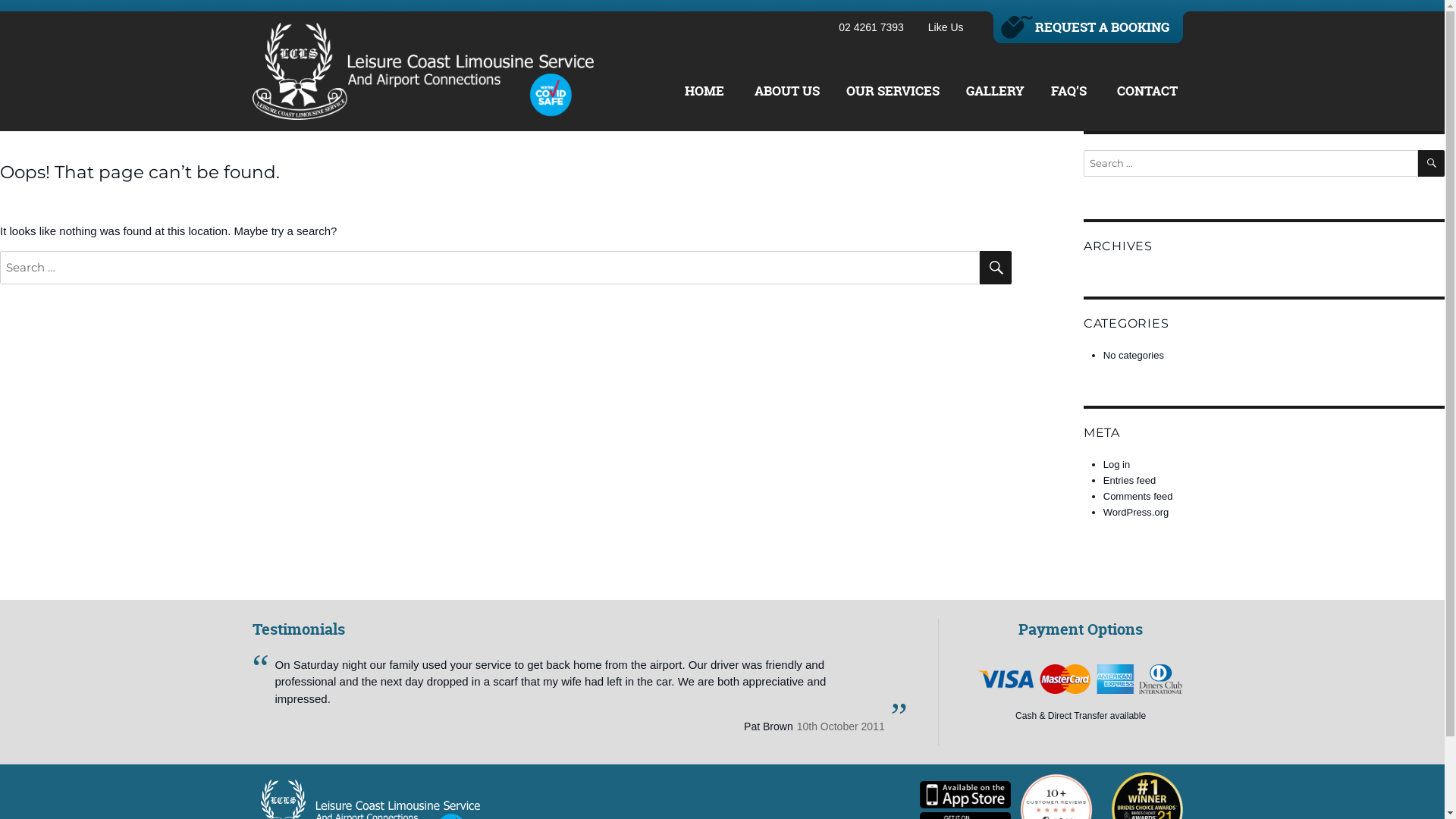 The width and height of the screenshot is (1456, 819). I want to click on 'ABOUT US', so click(750, 90).